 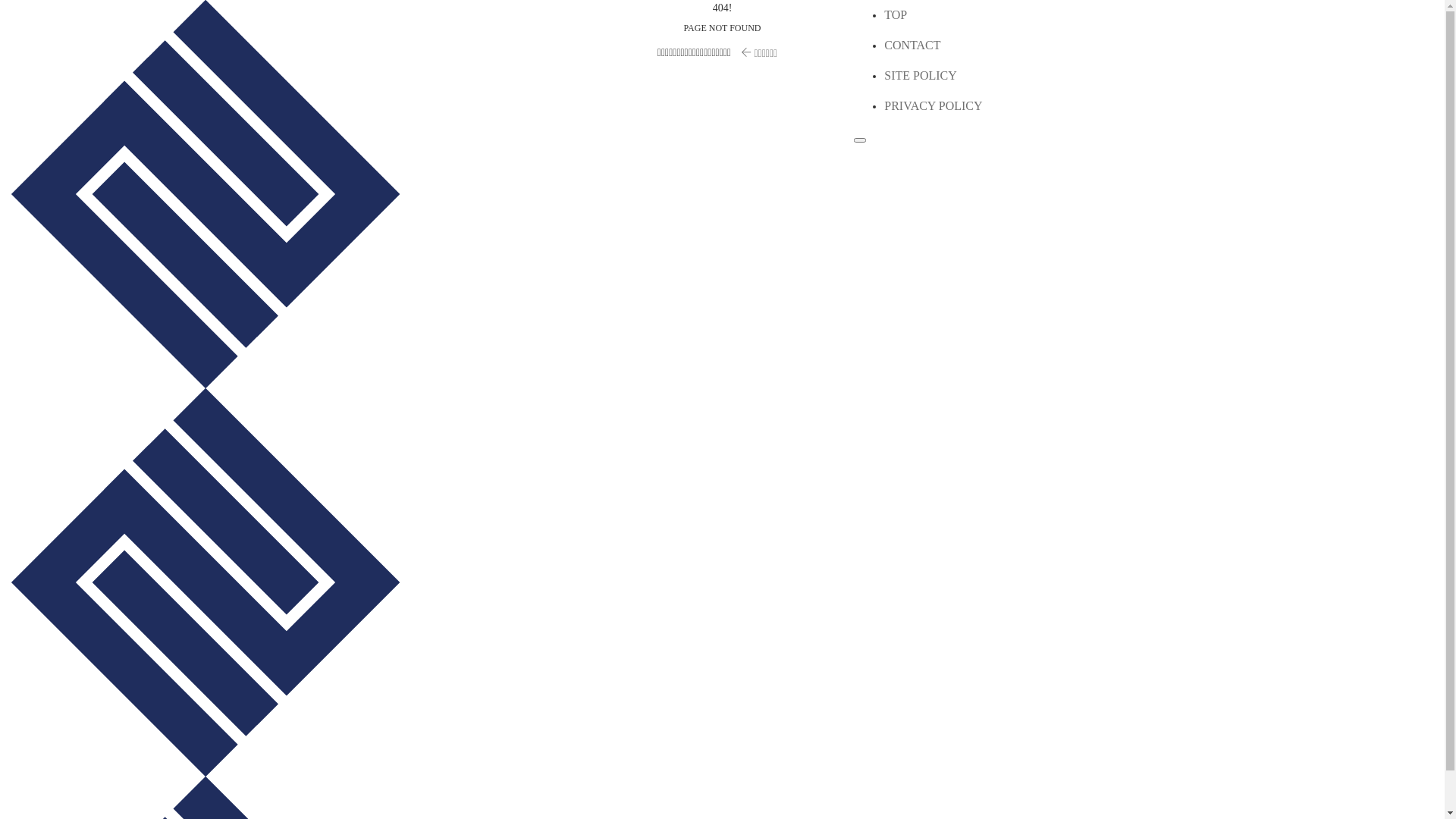 What do you see at coordinates (895, 14) in the screenshot?
I see `'TOP'` at bounding box center [895, 14].